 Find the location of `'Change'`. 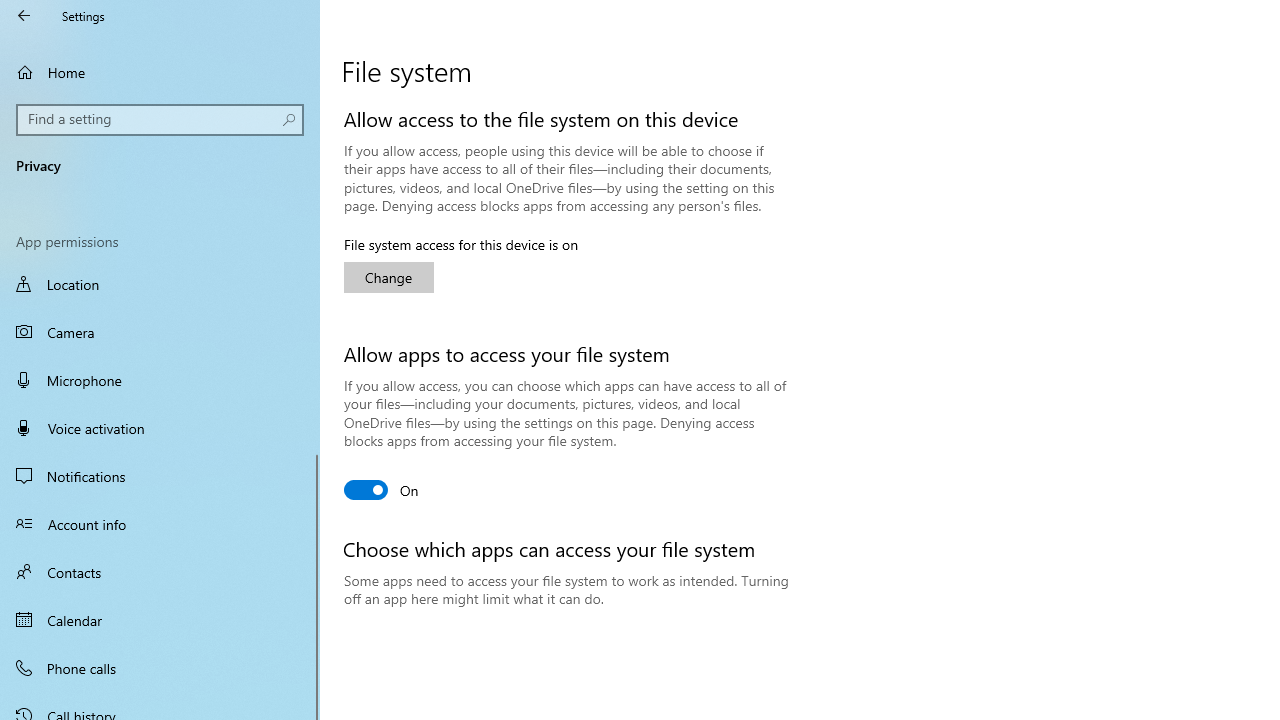

'Change' is located at coordinates (389, 277).